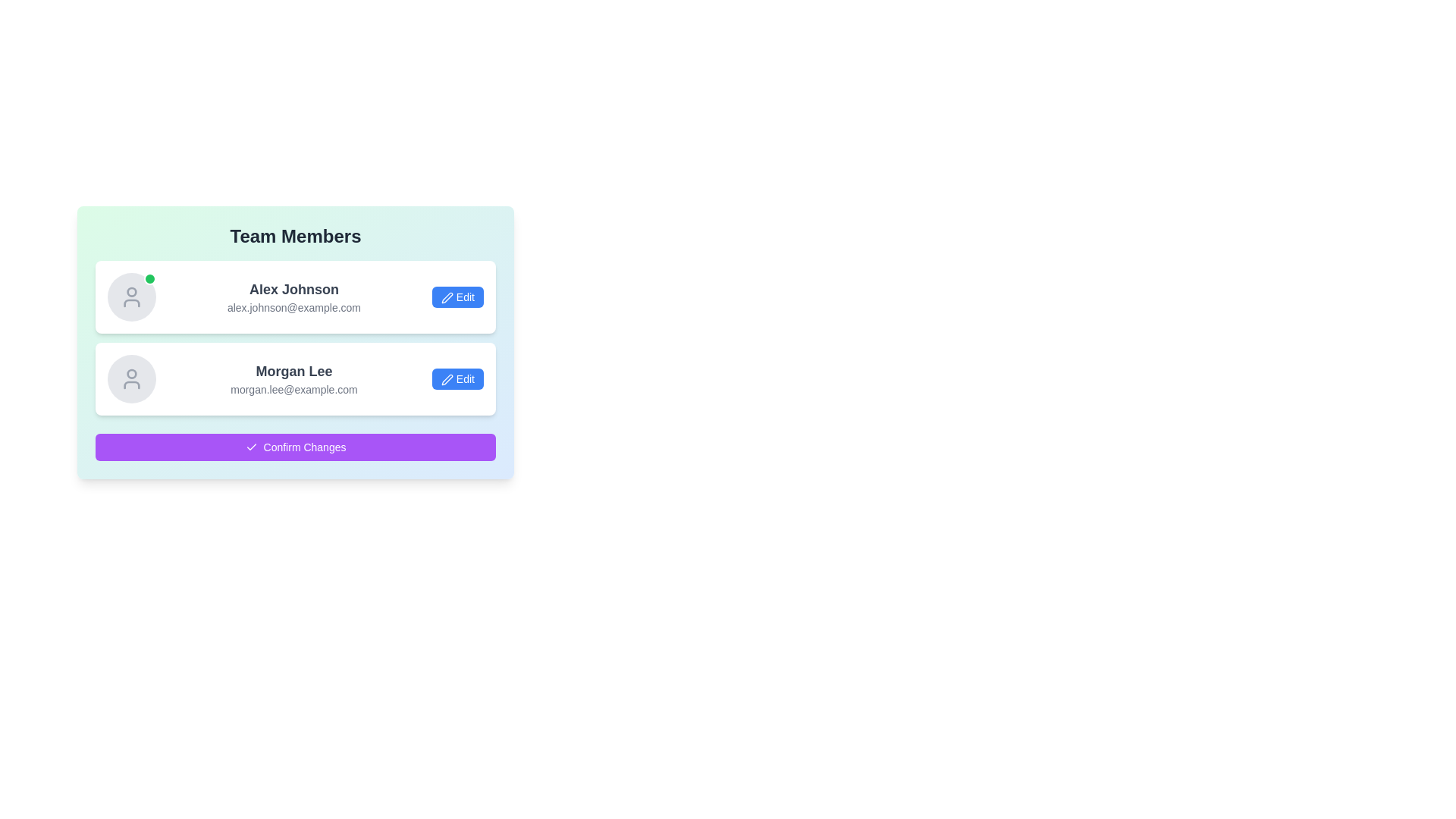 This screenshot has width=1456, height=819. I want to click on the small pen icon within the blue 'Edit' button located to the right of 'Morgan Lee' and their email address for tooltip/info, so click(447, 379).